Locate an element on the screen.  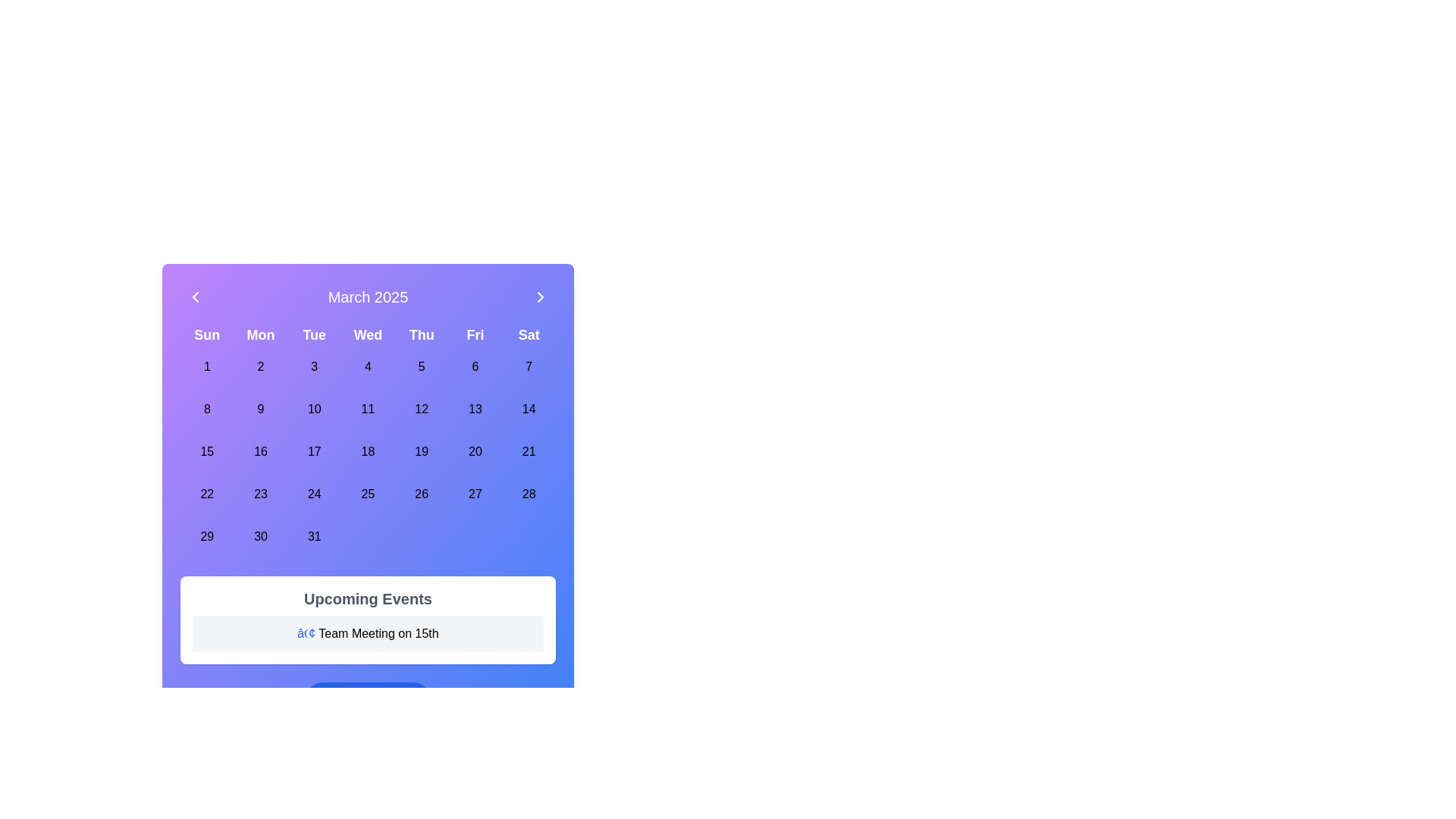
the rounded button labeled '24' located in the calendar grid for March 2025 under 'Tue' in the fifth row, fourth column is located at coordinates (313, 494).